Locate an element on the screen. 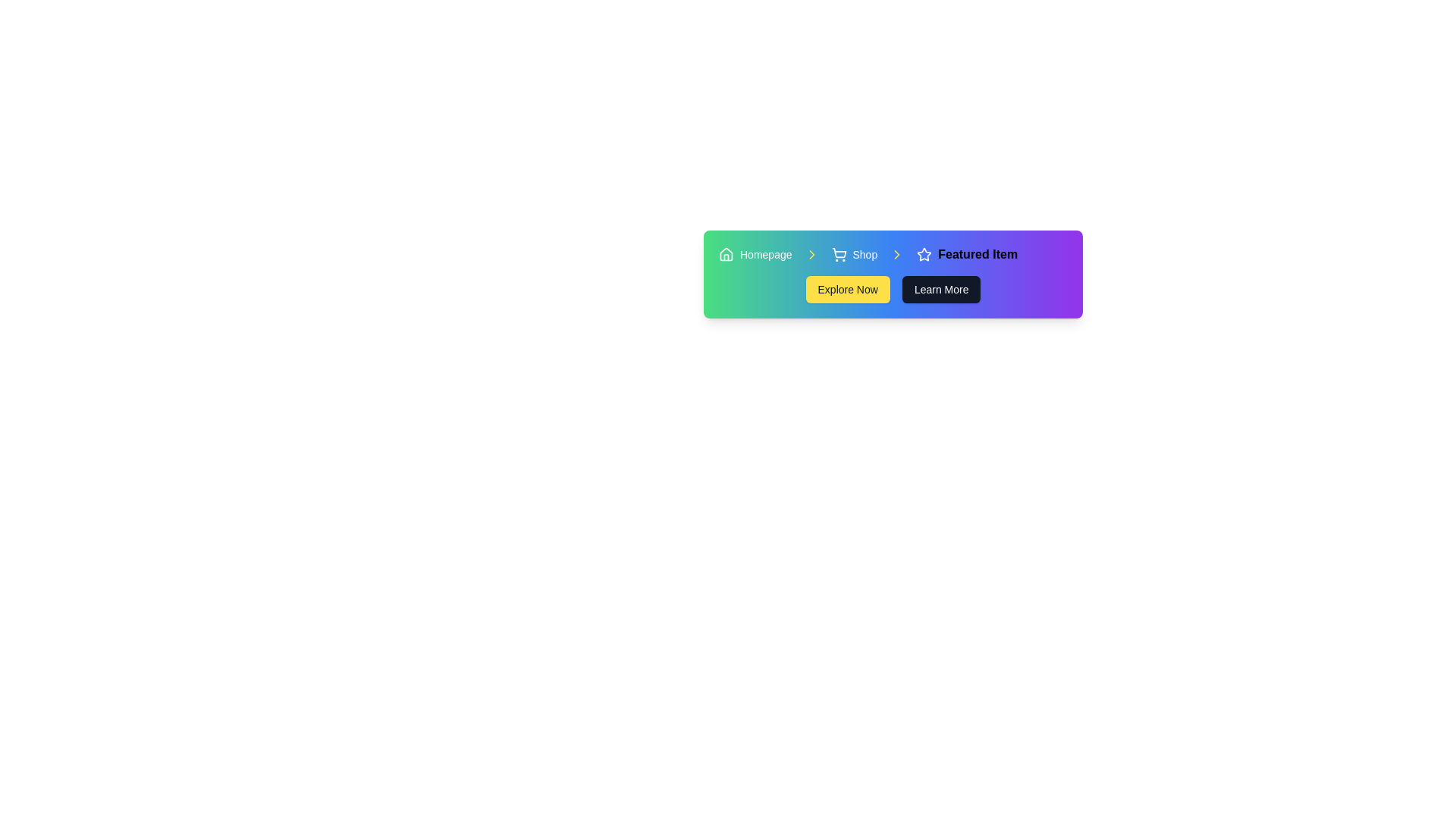 This screenshot has height=819, width=1456. the shopping cart icon located to the left of the 'Shop' text in the horizontal navigation bar is located at coordinates (838, 253).